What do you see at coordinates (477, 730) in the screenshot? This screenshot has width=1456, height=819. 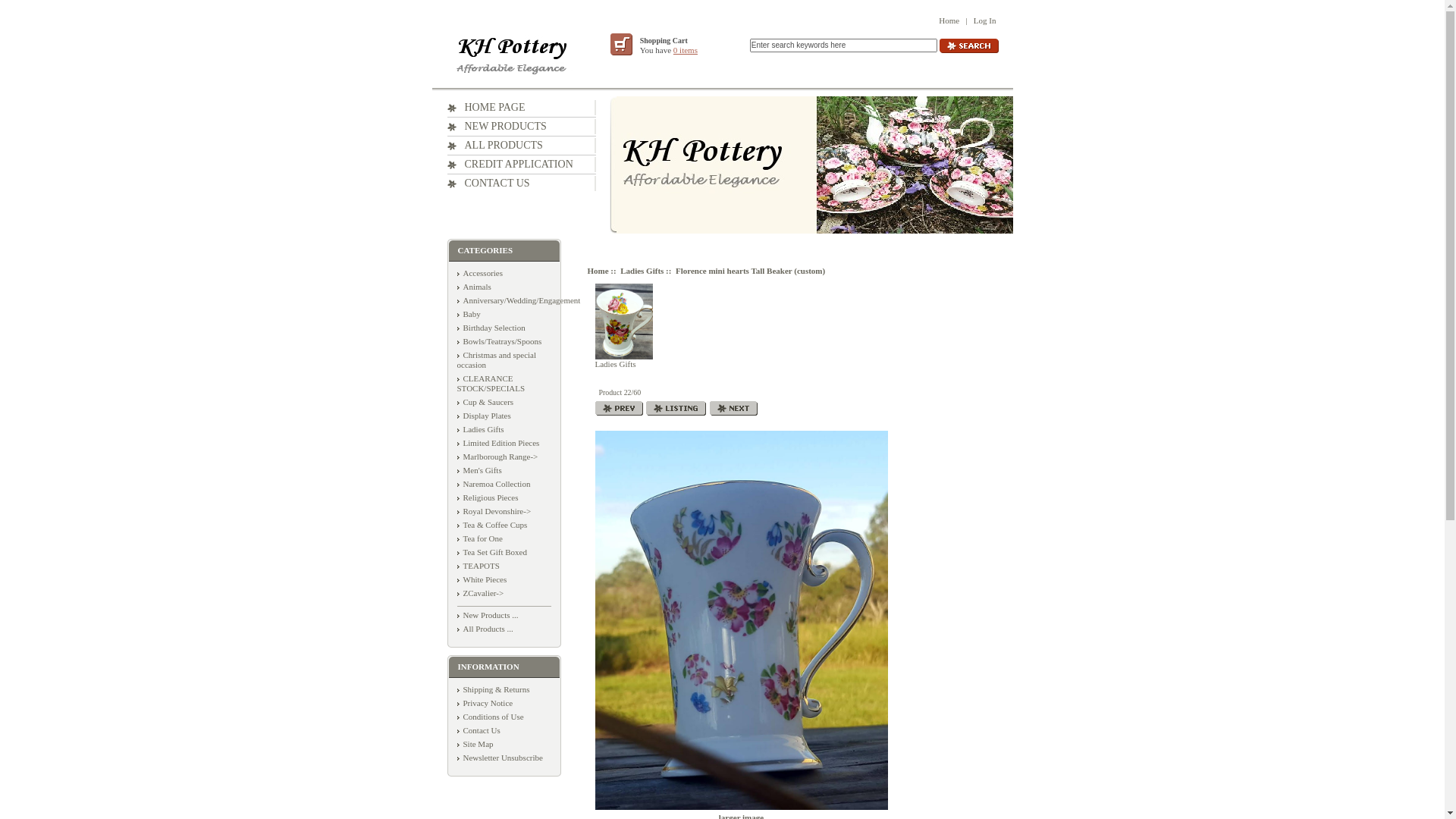 I see `'Contact Us'` at bounding box center [477, 730].